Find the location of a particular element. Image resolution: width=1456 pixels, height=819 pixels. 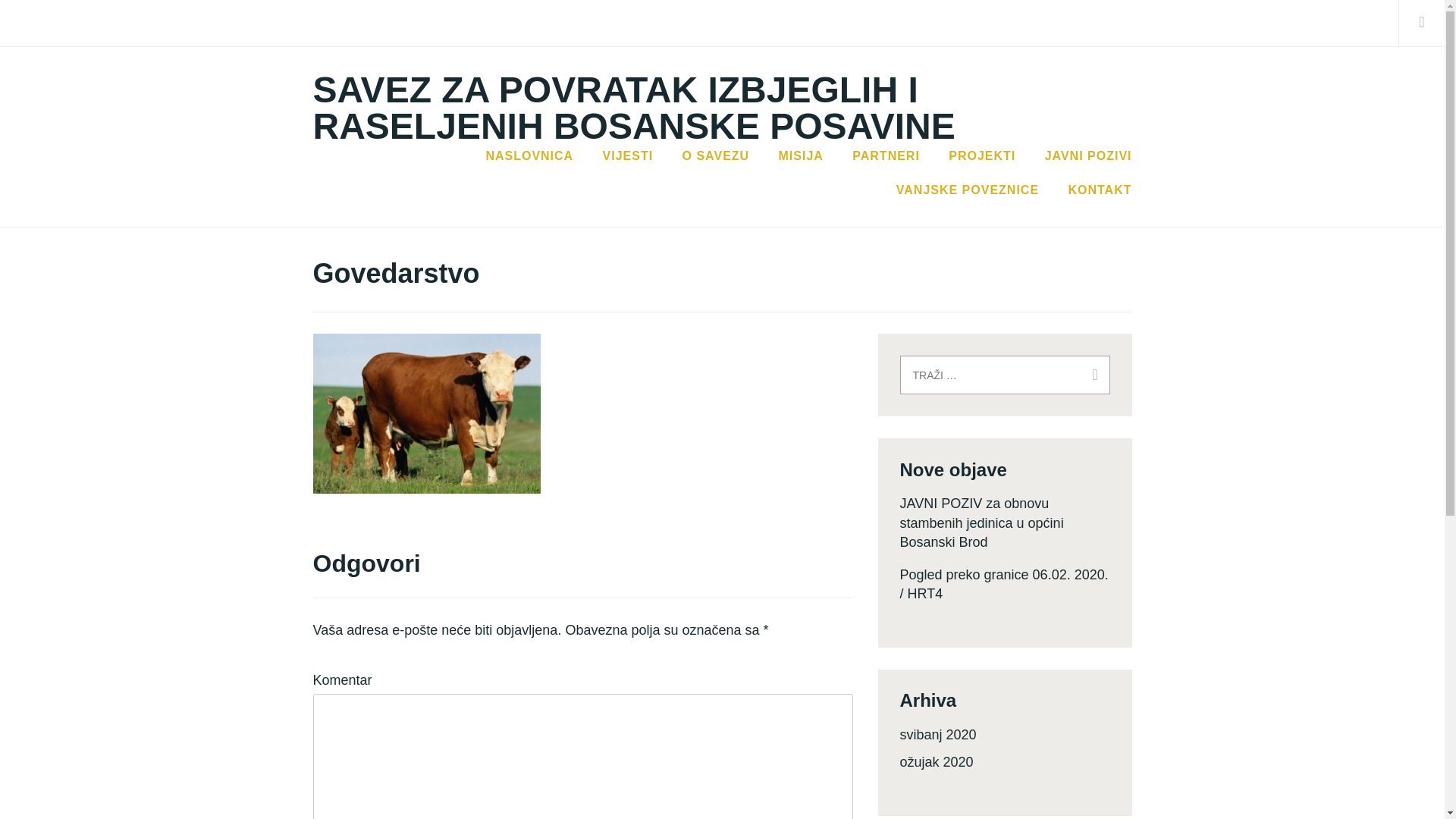

'JAVNI POZIVI' is located at coordinates (1087, 155).